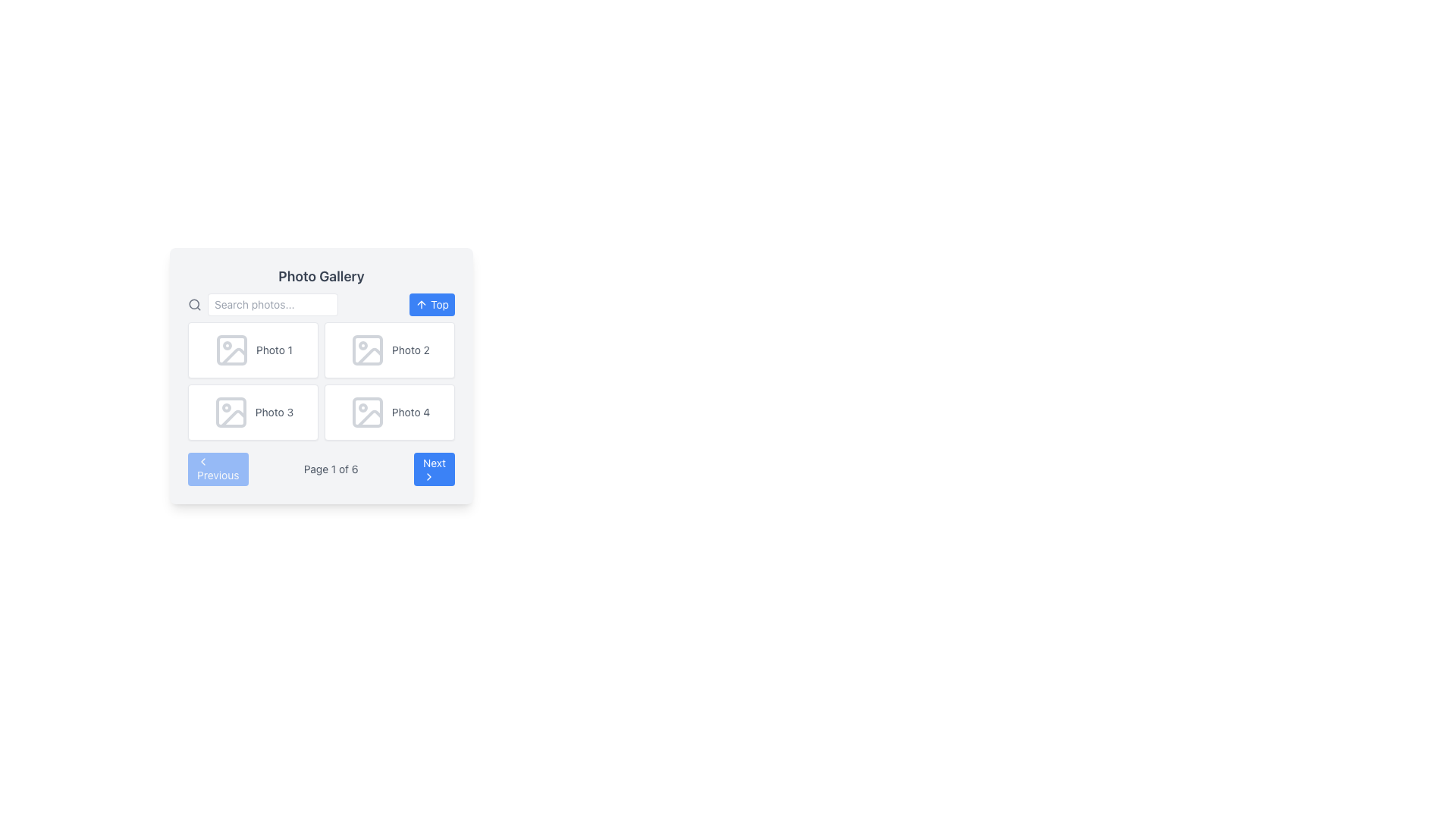  What do you see at coordinates (411, 412) in the screenshot?
I see `the text label located at the bottom-right of the grid layout in the second row and second column, which identifies the associated photo slot for 'Photo 4'` at bounding box center [411, 412].